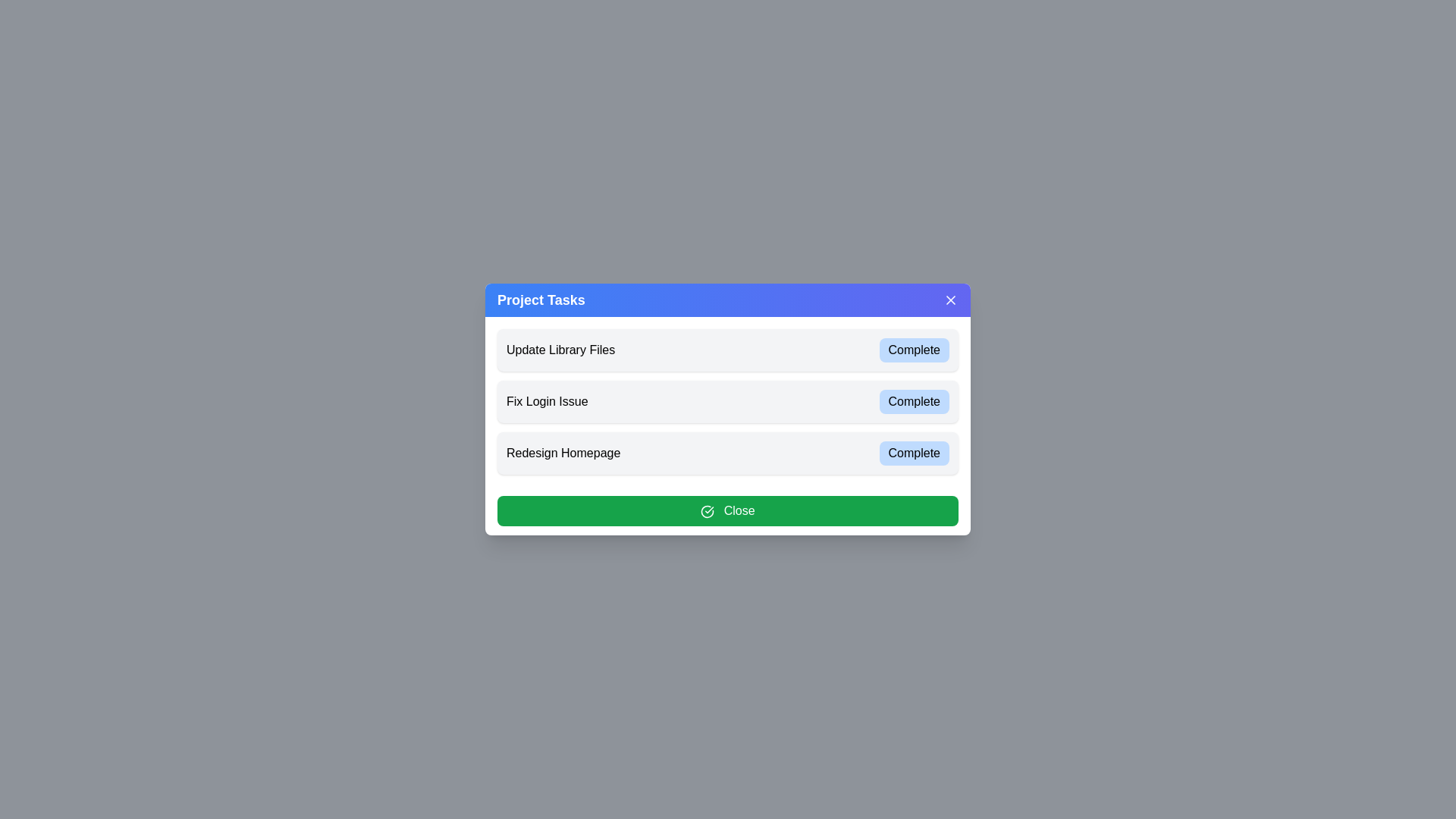 The height and width of the screenshot is (819, 1456). What do you see at coordinates (707, 511) in the screenshot?
I see `the circular icon with a checkmark inside, styled with a green stroke, located inside a green button at the bottom of the dialog window, to the left of the label 'Close'` at bounding box center [707, 511].